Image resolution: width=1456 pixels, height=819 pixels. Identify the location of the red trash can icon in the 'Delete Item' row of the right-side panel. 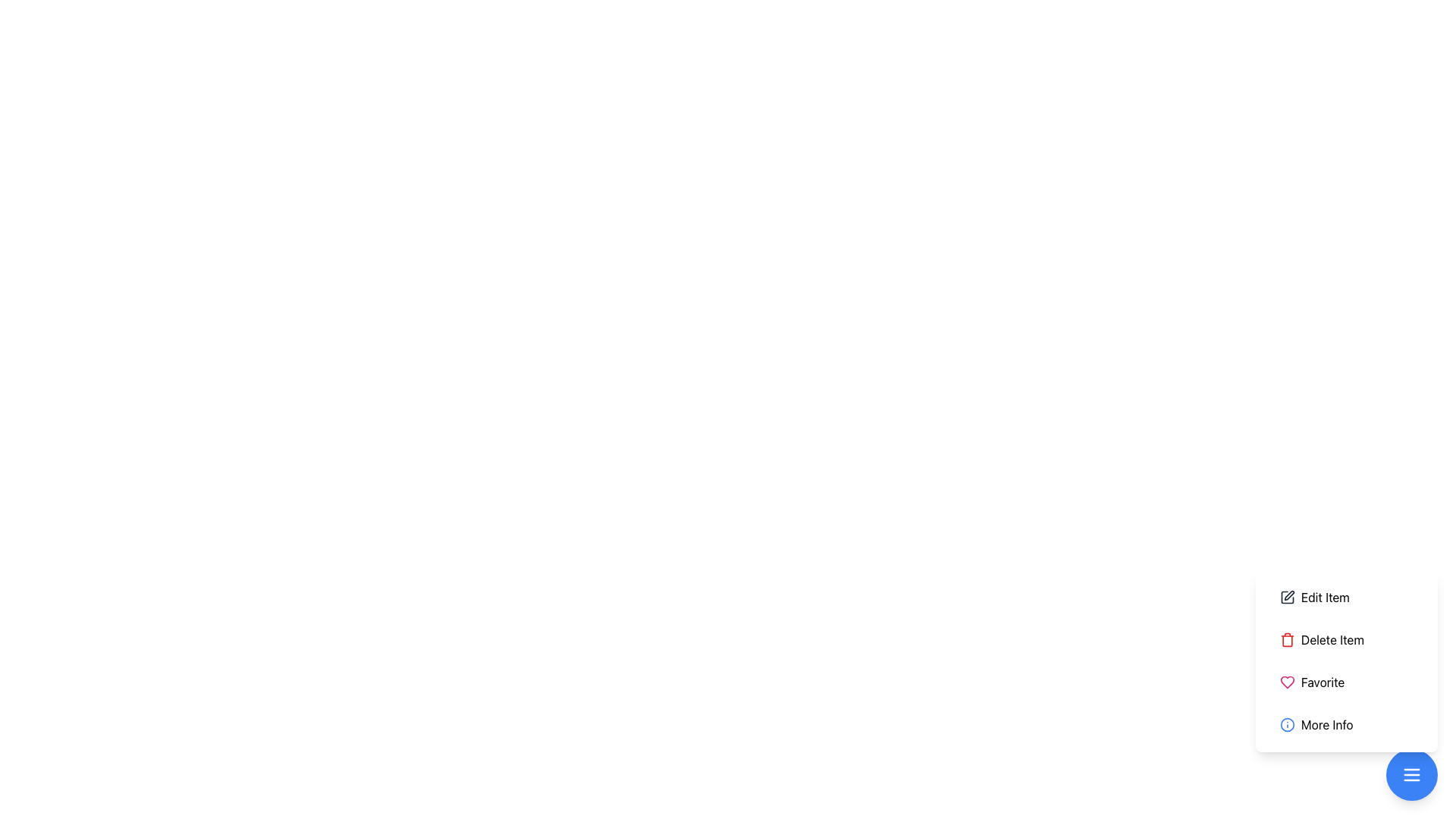
(1287, 640).